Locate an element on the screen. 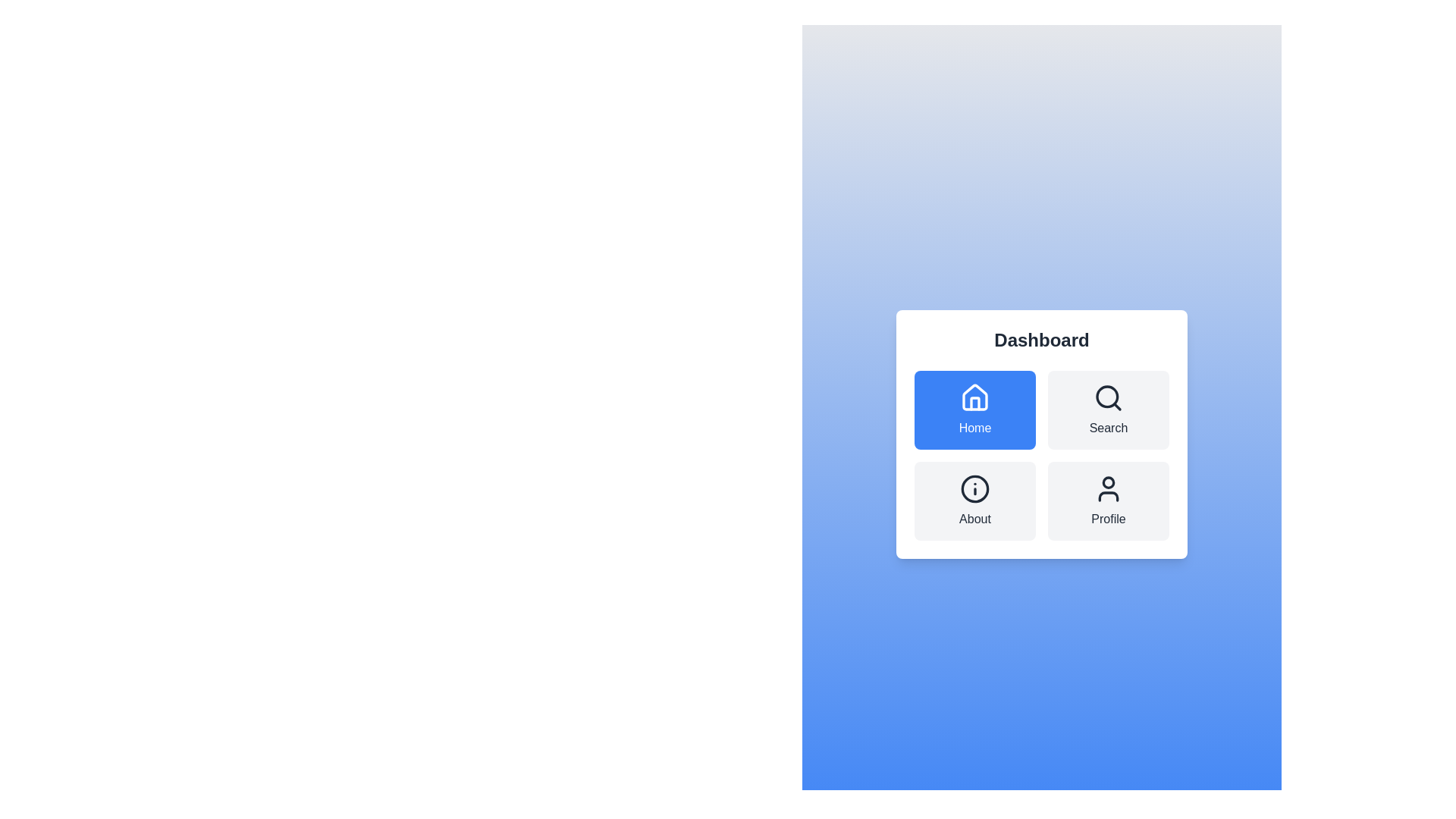  the 'i' icon inside a circular border located in the bottom-left quadrant of the 'About' card is located at coordinates (975, 488).